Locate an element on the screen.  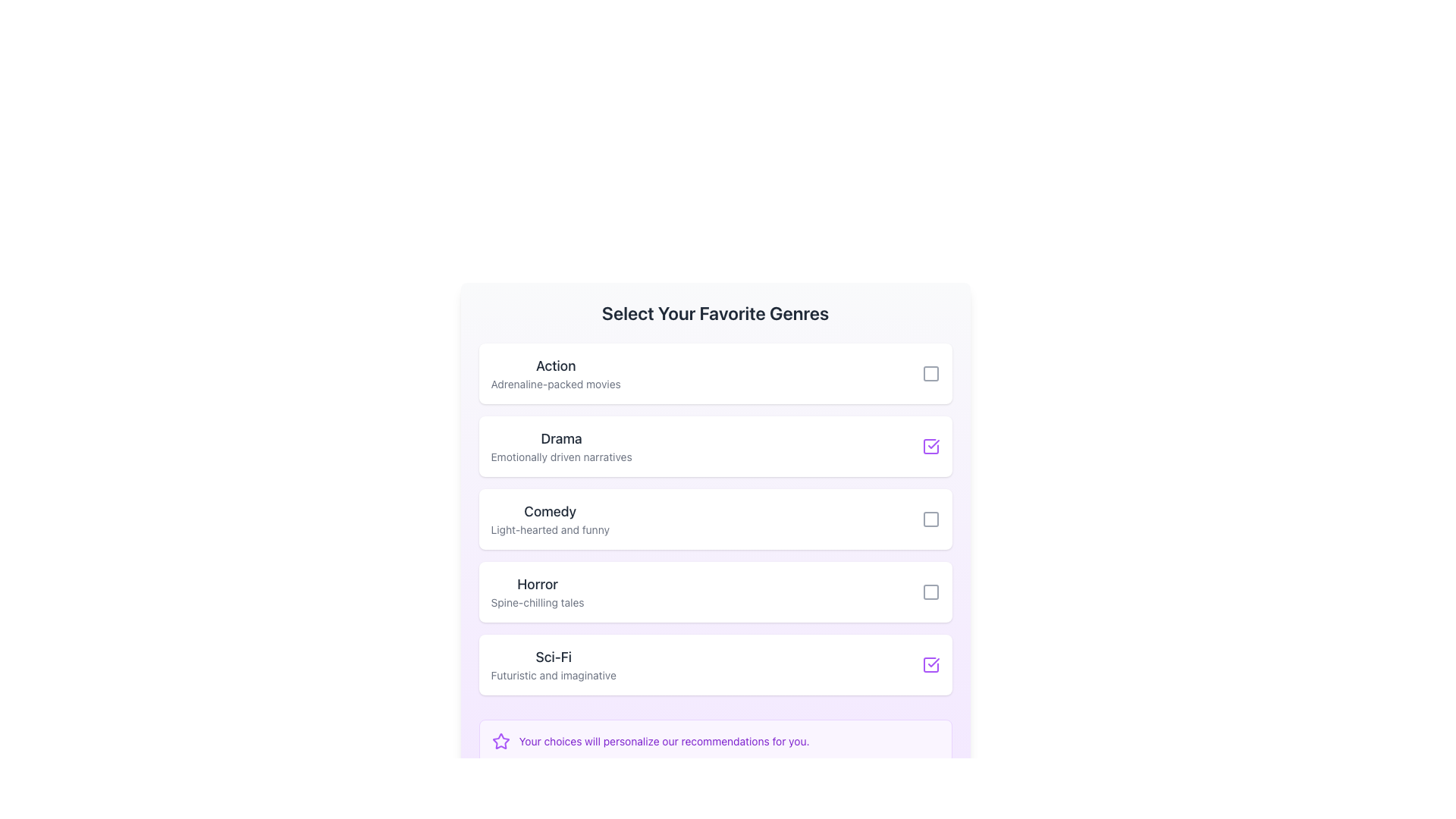
the confirmation icon for the selected 'Drama' genre in the 'Select Your Favorite Genres' list to ensure the selection is correct is located at coordinates (932, 444).